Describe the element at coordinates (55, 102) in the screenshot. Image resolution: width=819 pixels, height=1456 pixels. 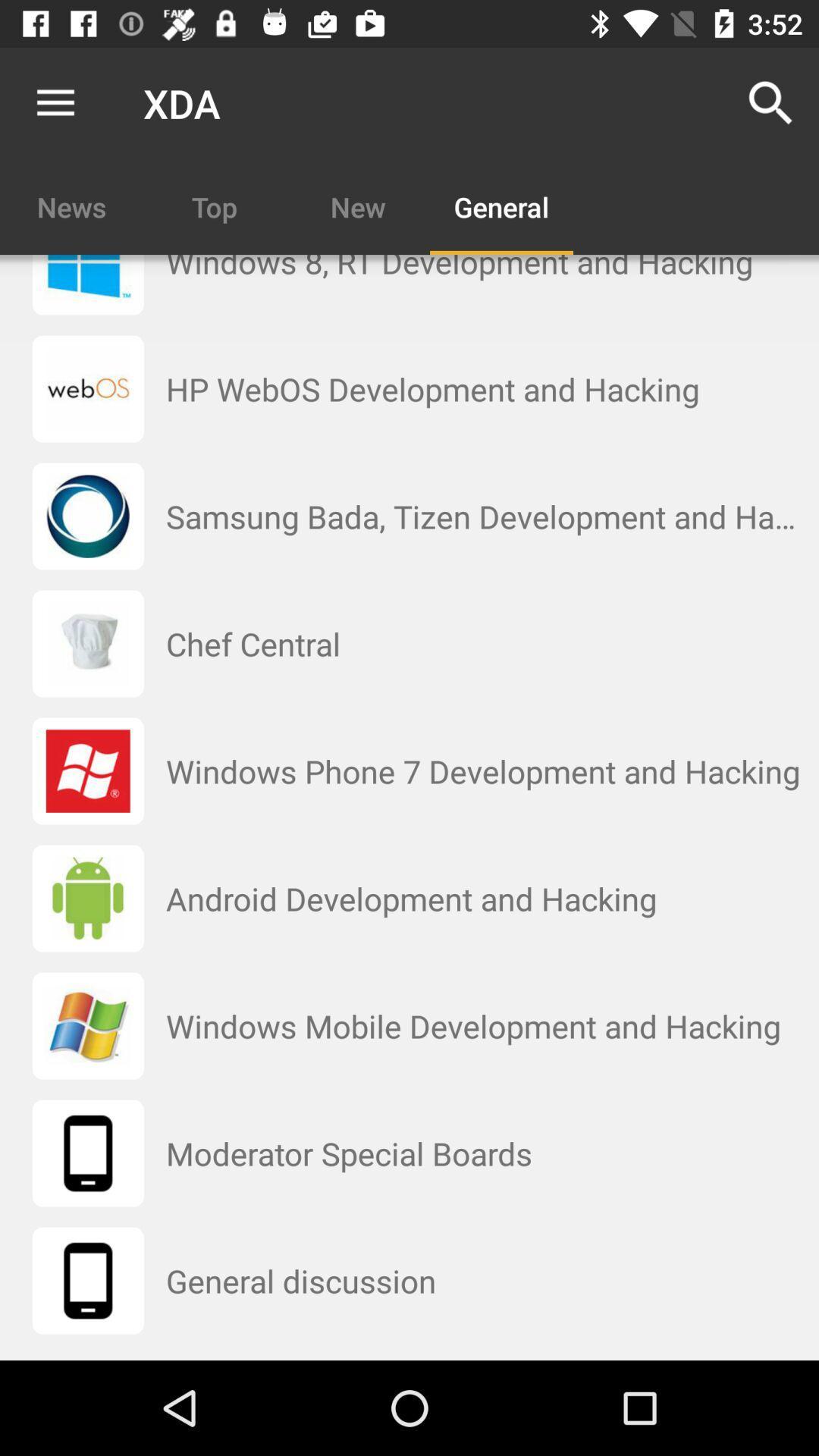
I see `the item to the left of the xda icon` at that location.